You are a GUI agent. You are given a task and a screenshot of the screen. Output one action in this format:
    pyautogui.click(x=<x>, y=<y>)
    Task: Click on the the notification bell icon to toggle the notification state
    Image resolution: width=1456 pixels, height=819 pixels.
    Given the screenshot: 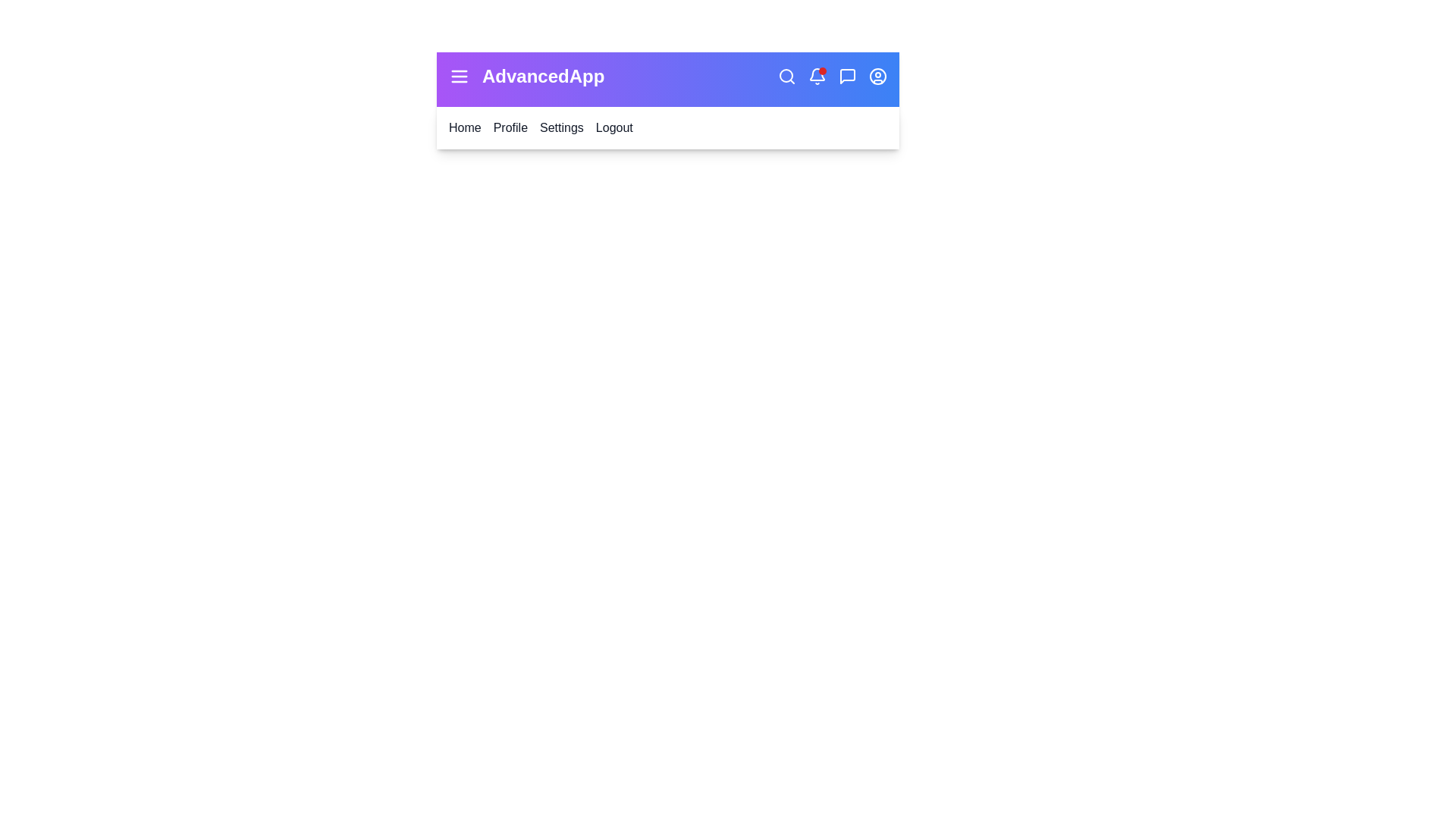 What is the action you would take?
    pyautogui.click(x=817, y=76)
    